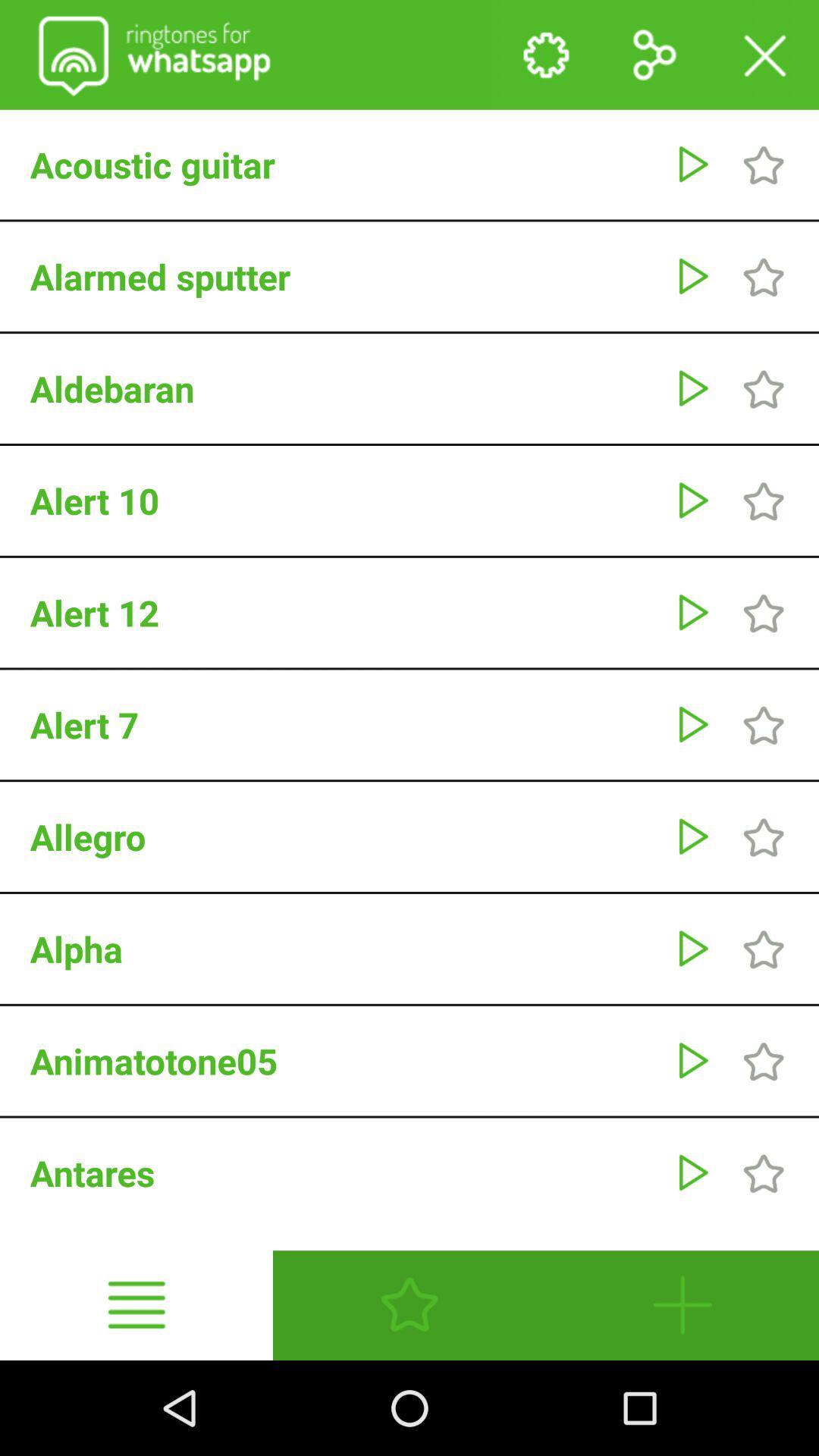  Describe the element at coordinates (344, 1172) in the screenshot. I see `antares icon` at that location.